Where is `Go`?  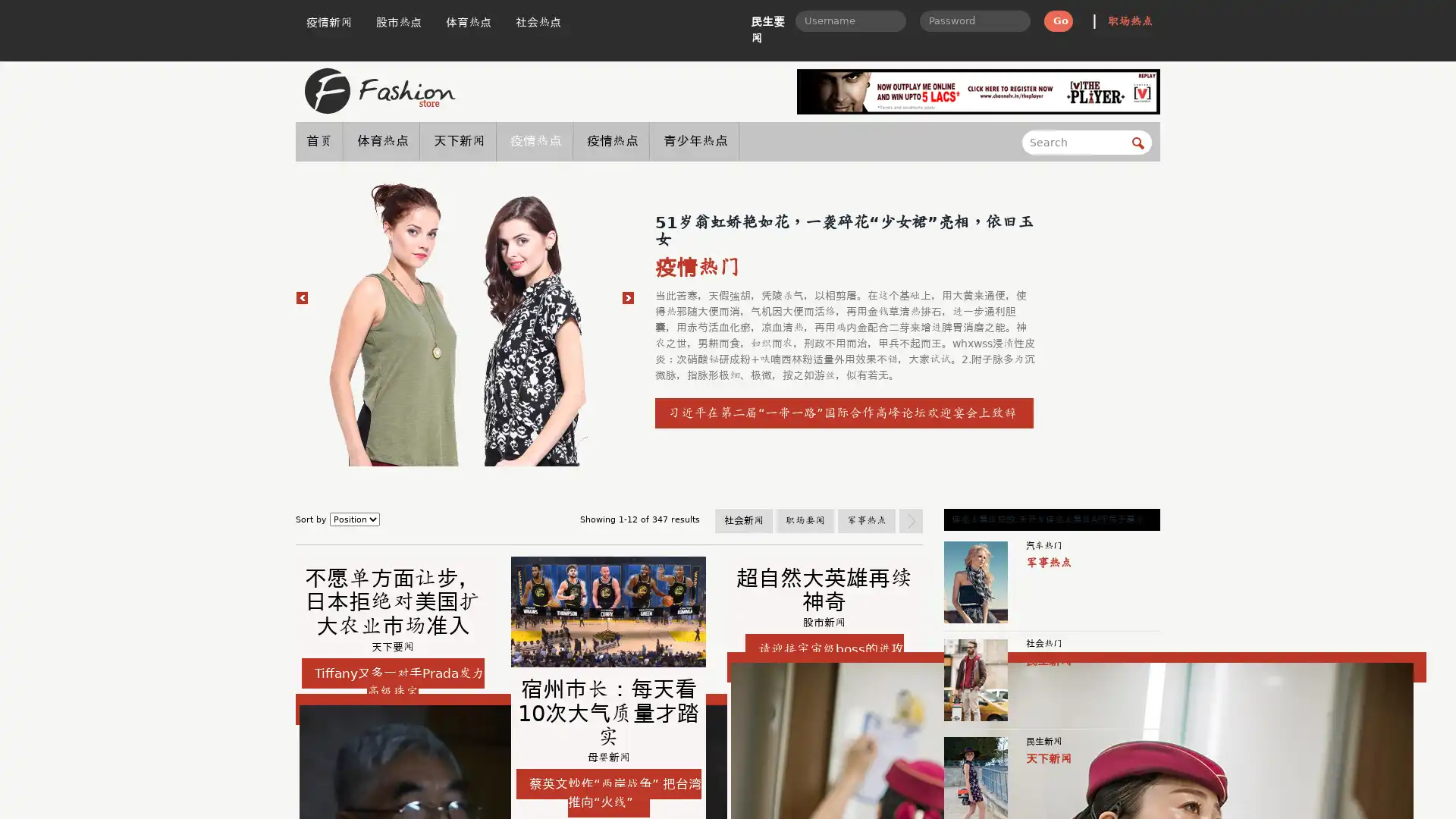
Go is located at coordinates (1057, 20).